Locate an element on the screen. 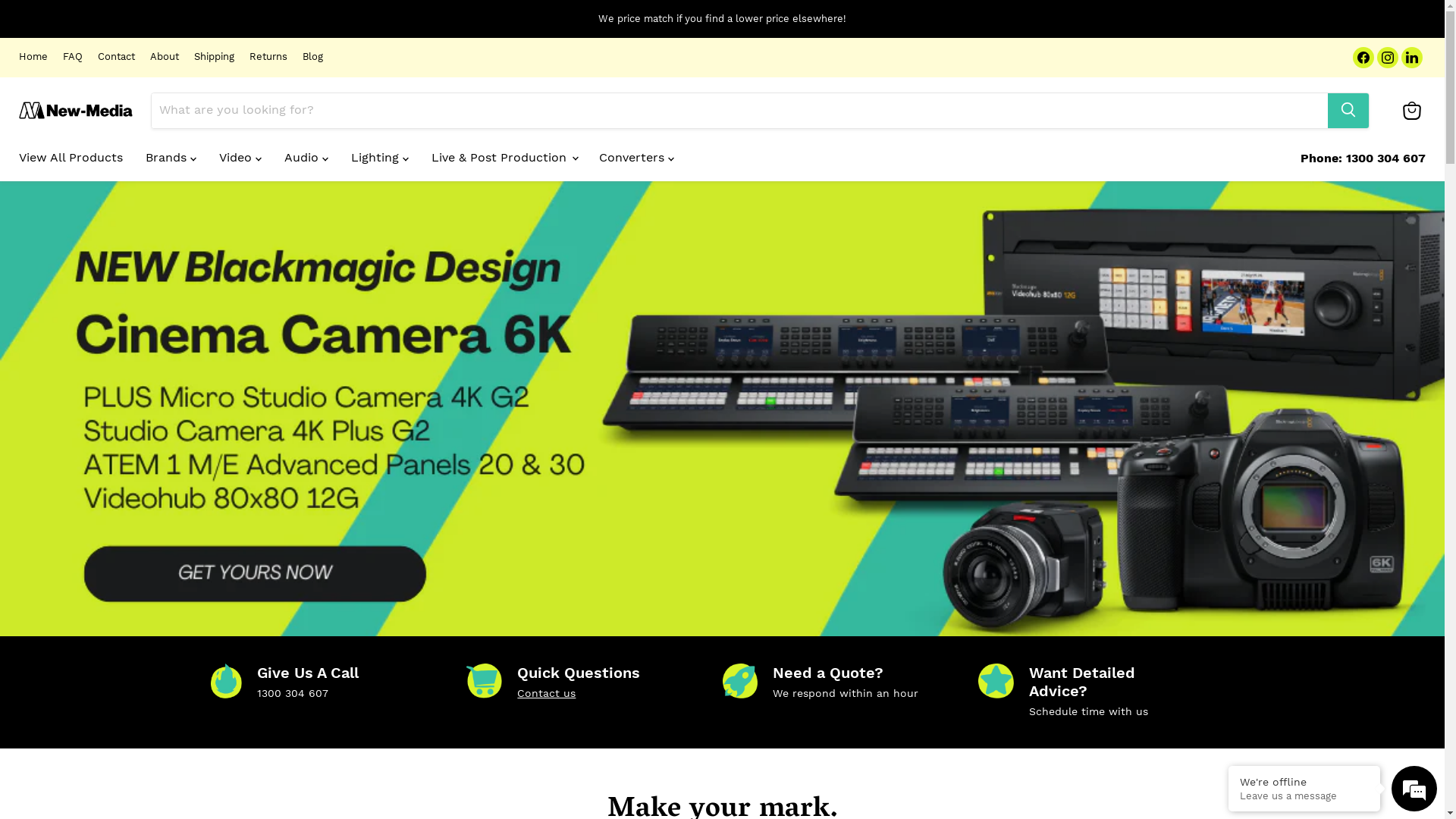  'Find us on Facebook' is located at coordinates (1353, 57).